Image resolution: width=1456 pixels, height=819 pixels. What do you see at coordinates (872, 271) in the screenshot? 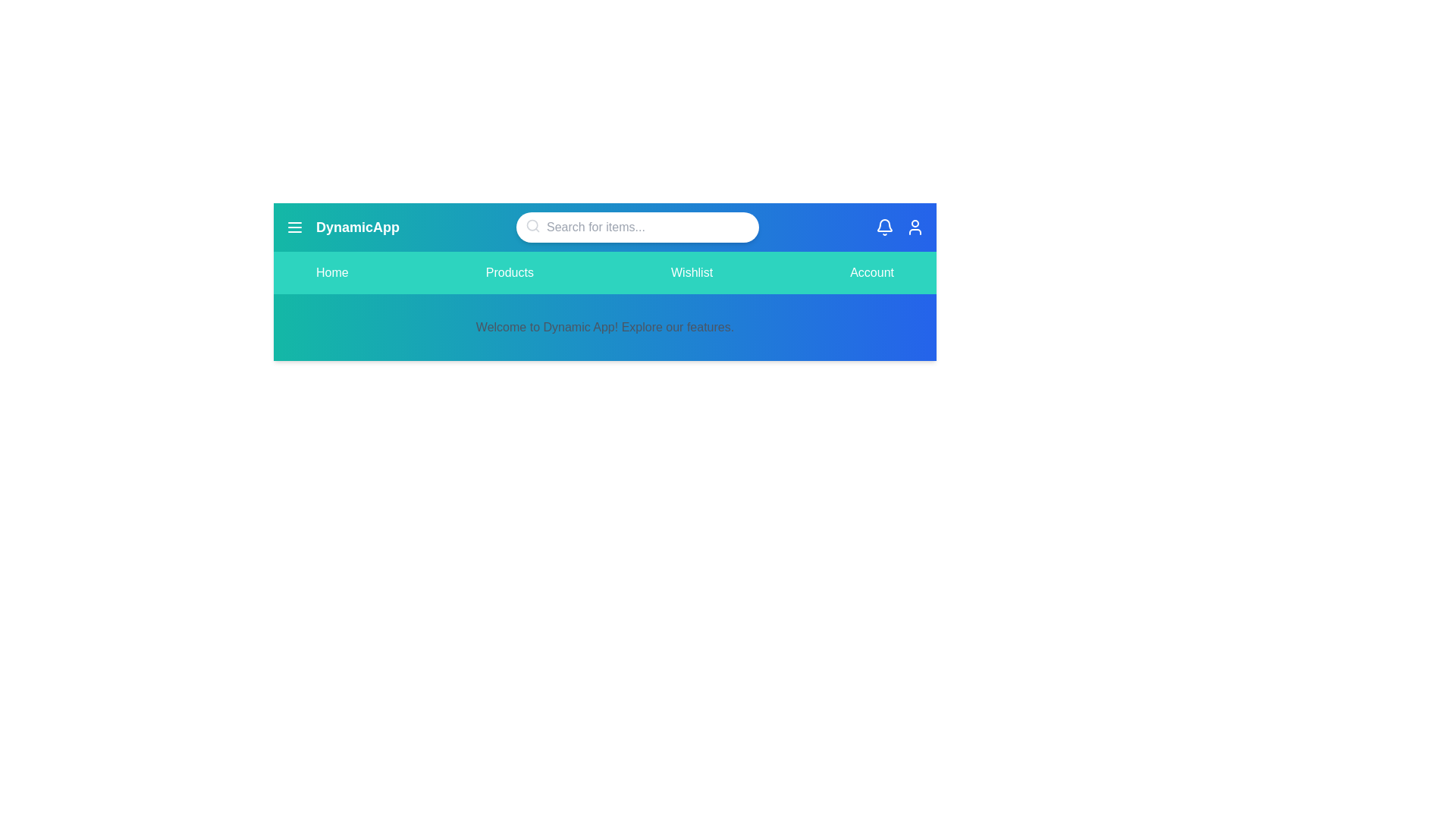
I see `the Account tab` at bounding box center [872, 271].